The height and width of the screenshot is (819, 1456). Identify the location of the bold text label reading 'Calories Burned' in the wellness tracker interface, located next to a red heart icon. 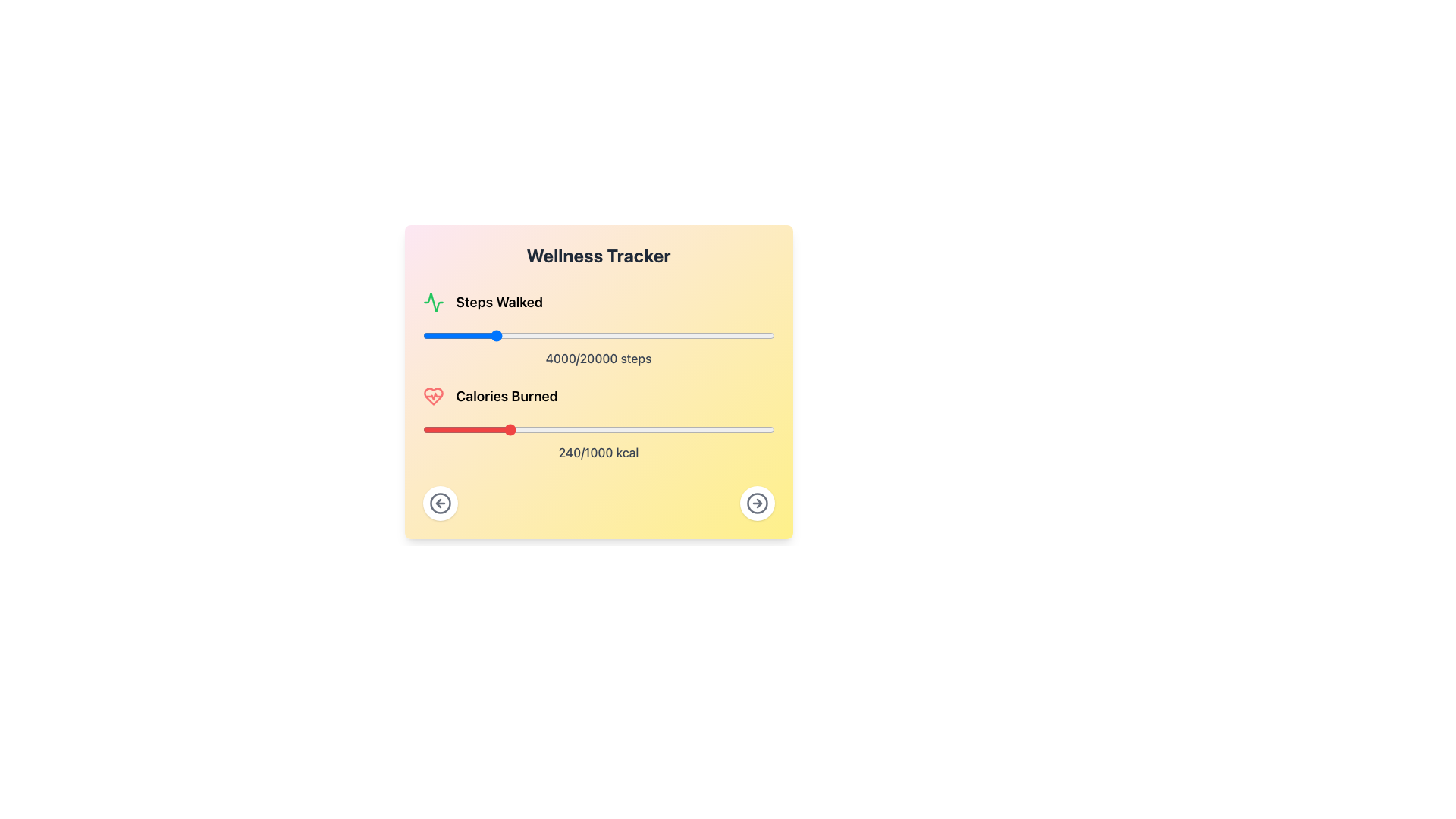
(507, 396).